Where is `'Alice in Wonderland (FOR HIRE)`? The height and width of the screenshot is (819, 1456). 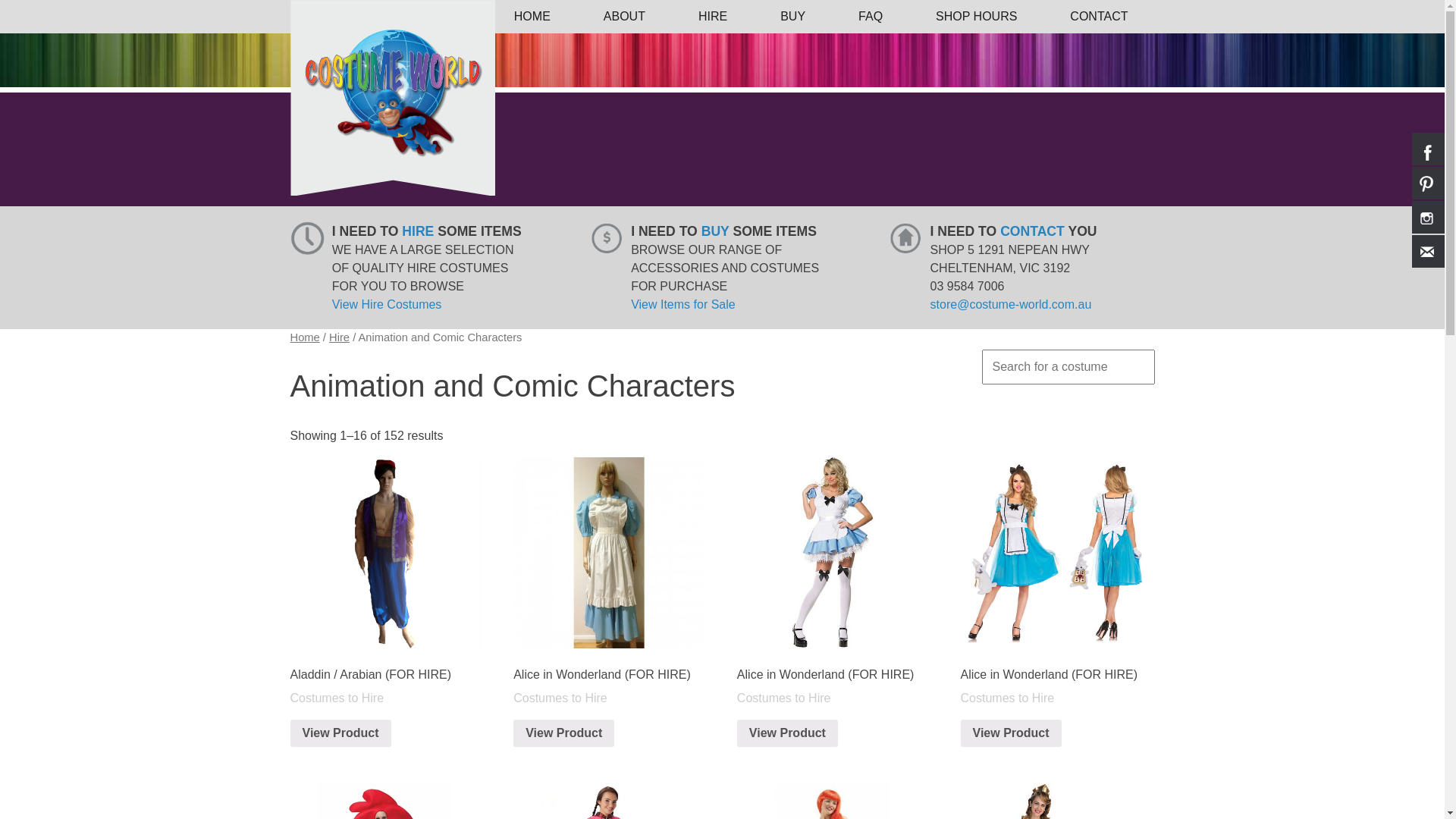 'Alice in Wonderland (FOR HIRE) is located at coordinates (831, 580).